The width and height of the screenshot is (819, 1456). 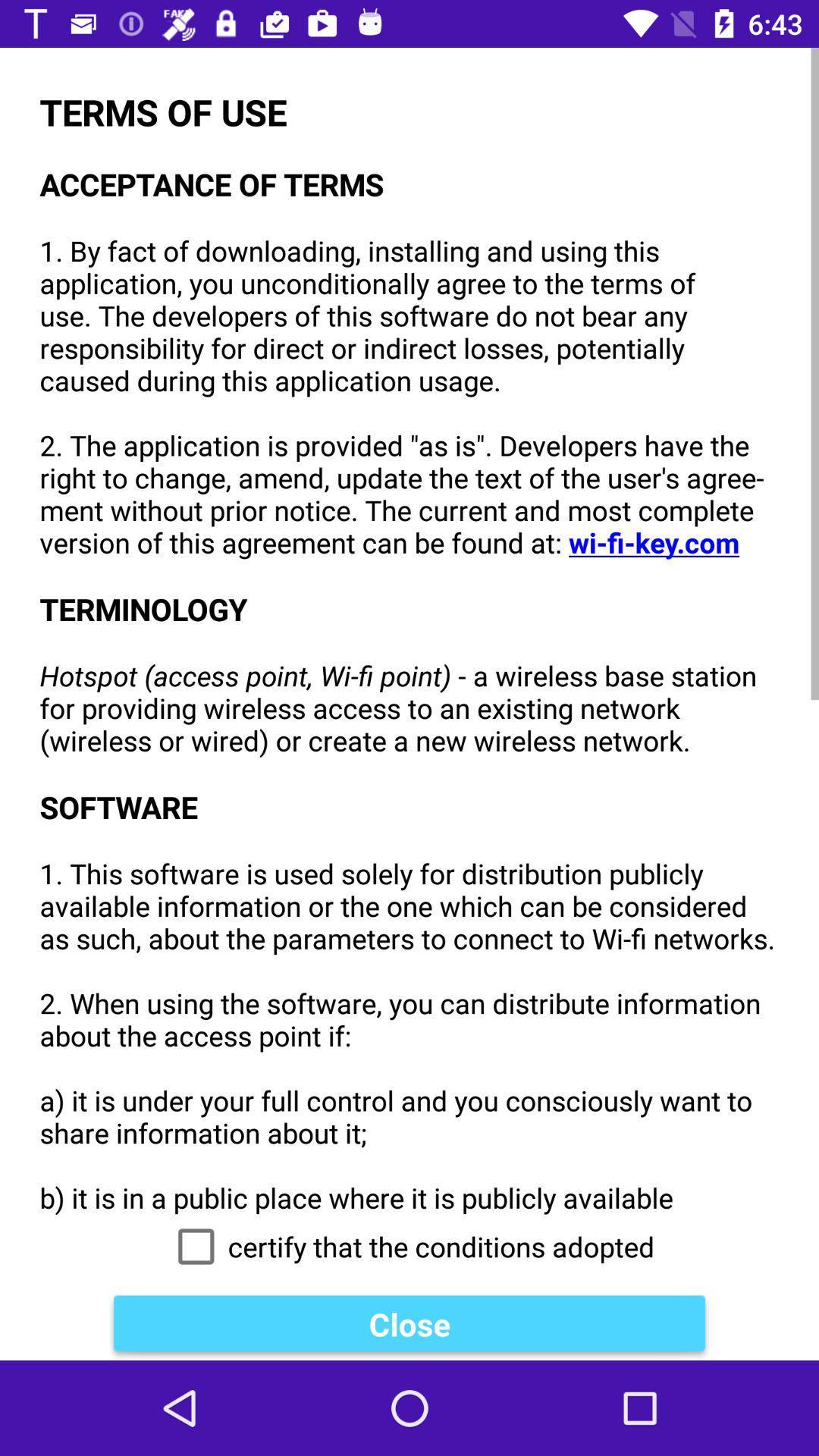 What do you see at coordinates (409, 1323) in the screenshot?
I see `the close icon` at bounding box center [409, 1323].